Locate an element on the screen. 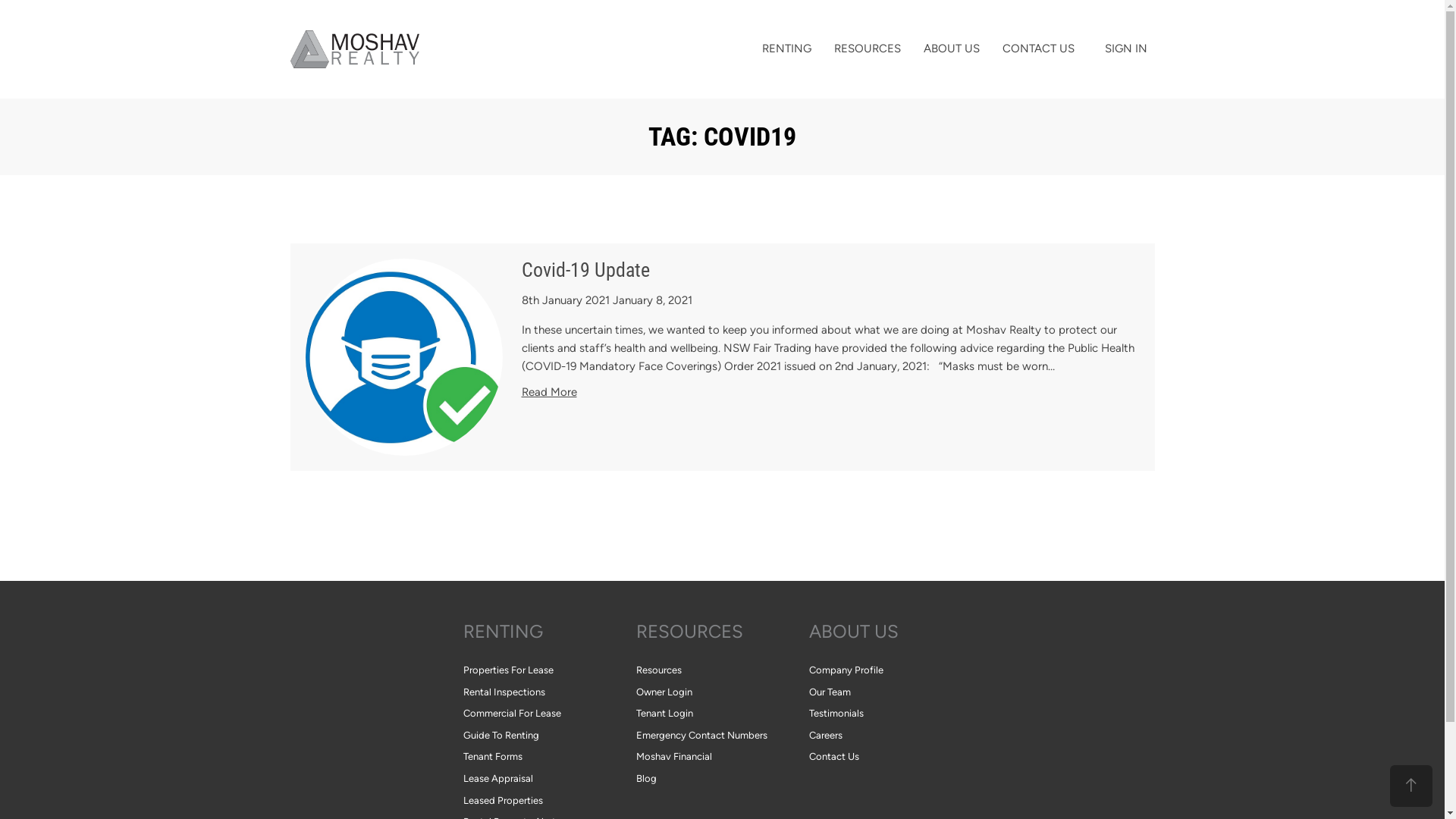 The width and height of the screenshot is (1456, 819). 'Resources' is located at coordinates (720, 670).